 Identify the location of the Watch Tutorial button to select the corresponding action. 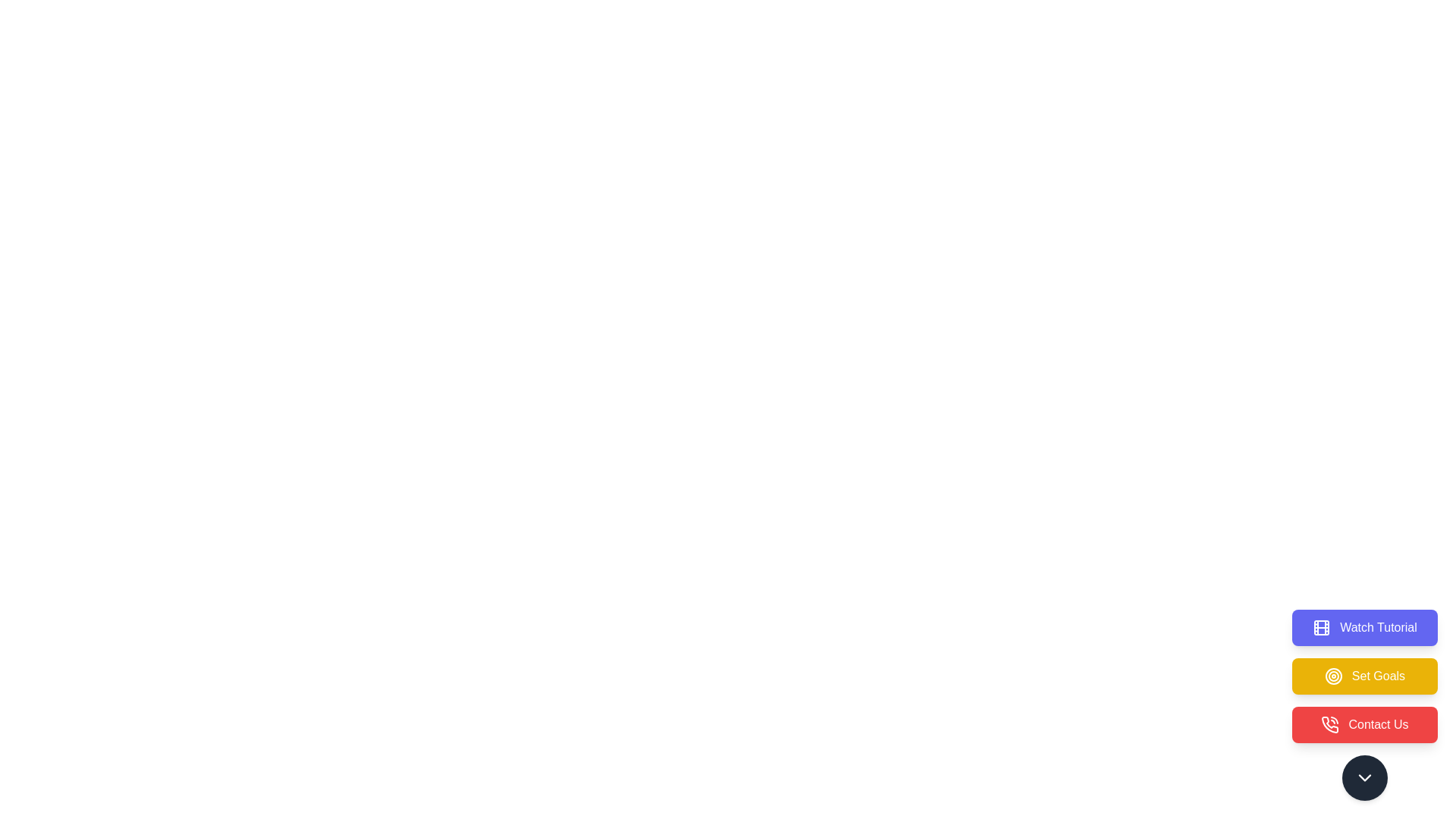
(1365, 628).